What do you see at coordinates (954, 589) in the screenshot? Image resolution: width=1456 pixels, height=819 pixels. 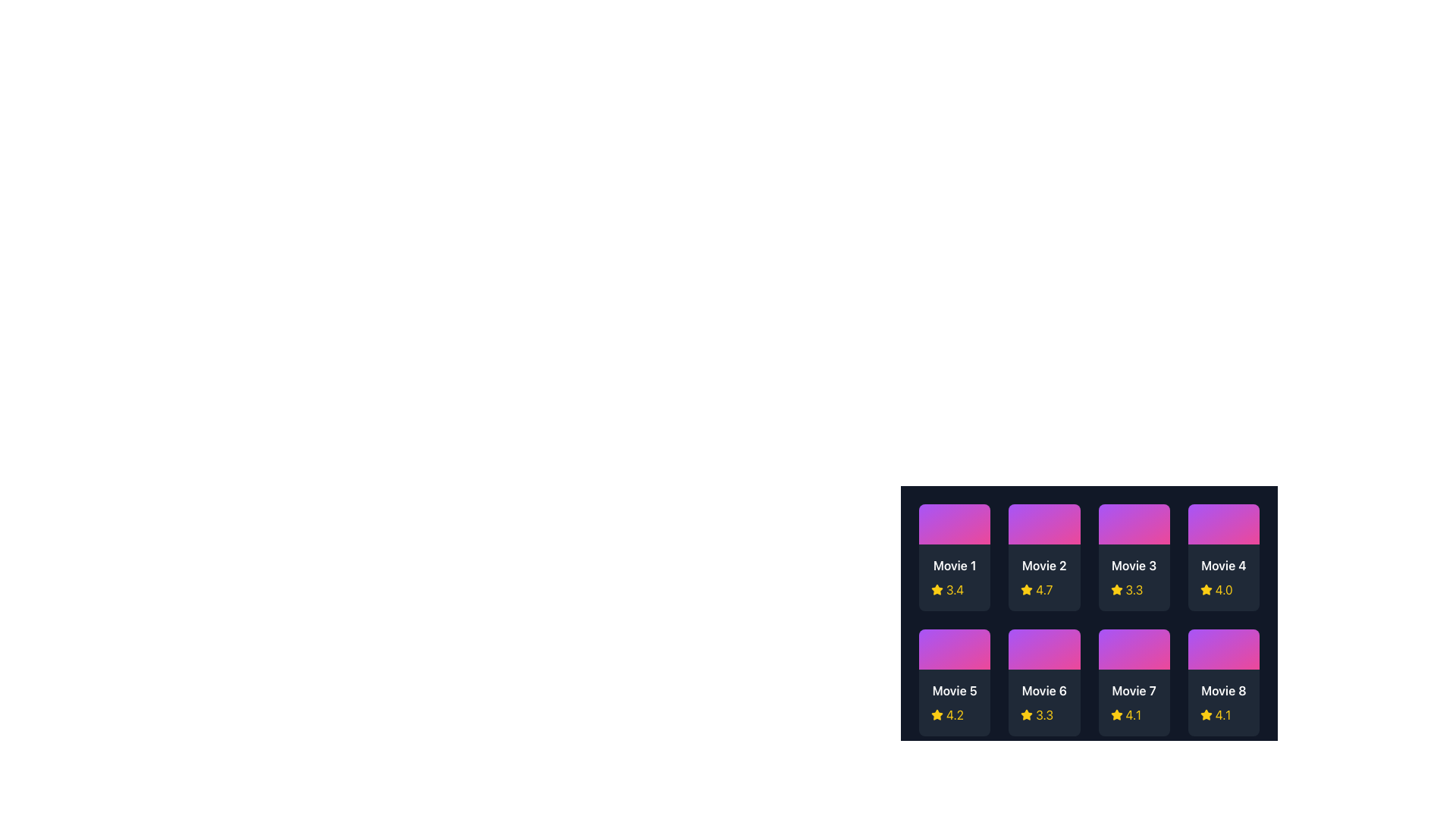 I see `the Rating display component located in the first card of the grid layout, which shows the star icon and numerical rating for 'Movie 1'` at bounding box center [954, 589].